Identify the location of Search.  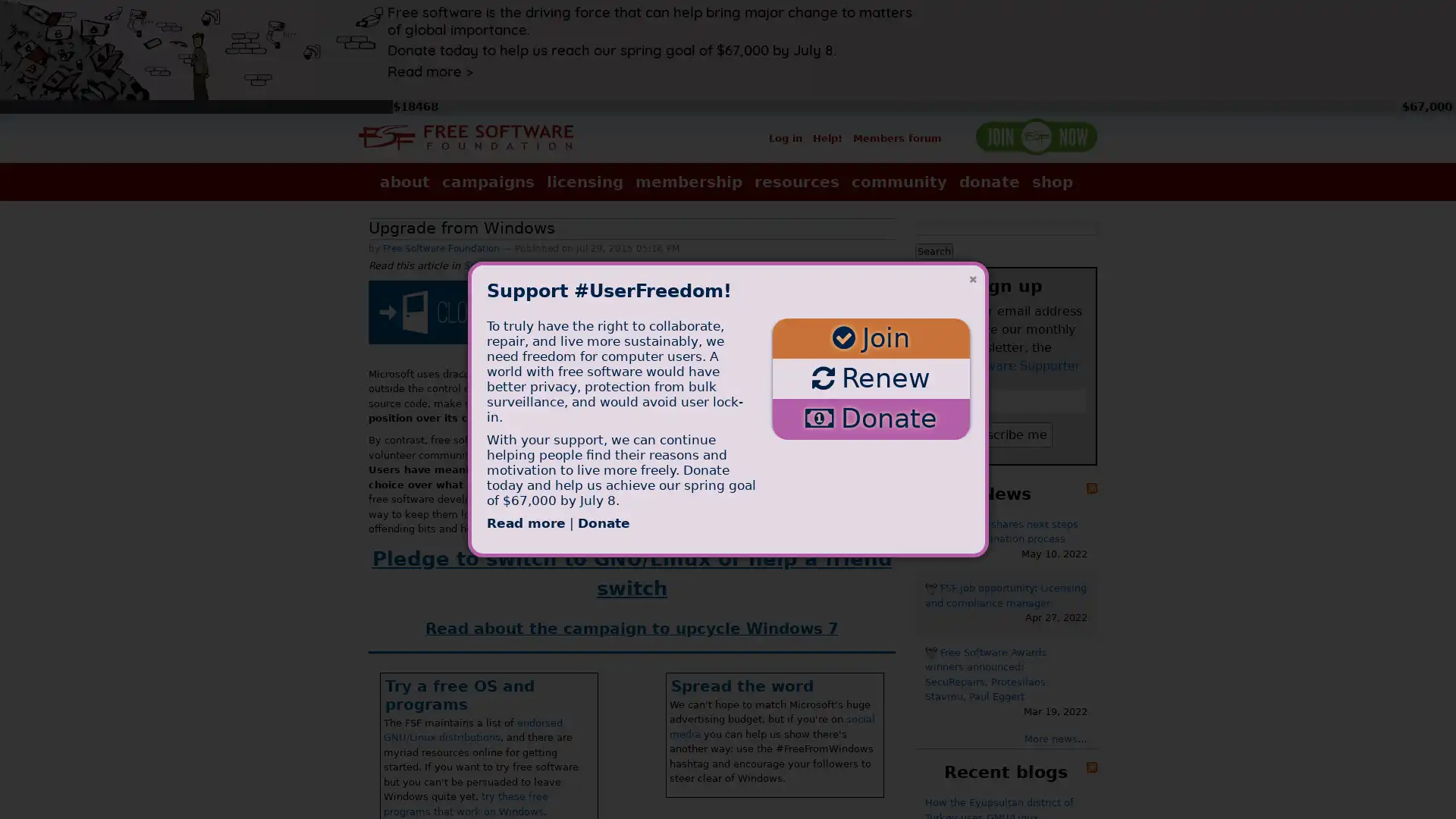
(934, 249).